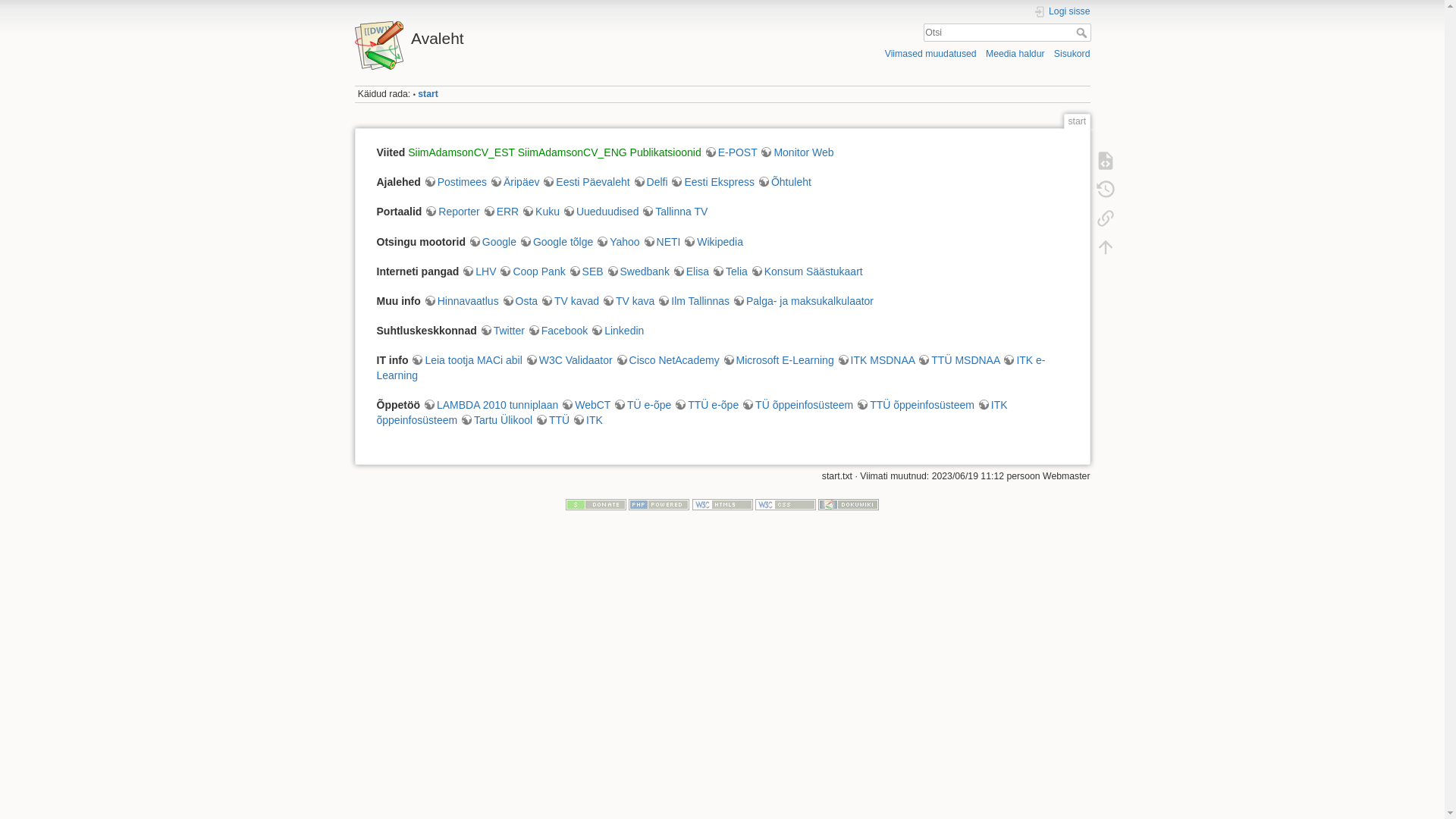  Describe the element at coordinates (586, 420) in the screenshot. I see `'ITK'` at that location.